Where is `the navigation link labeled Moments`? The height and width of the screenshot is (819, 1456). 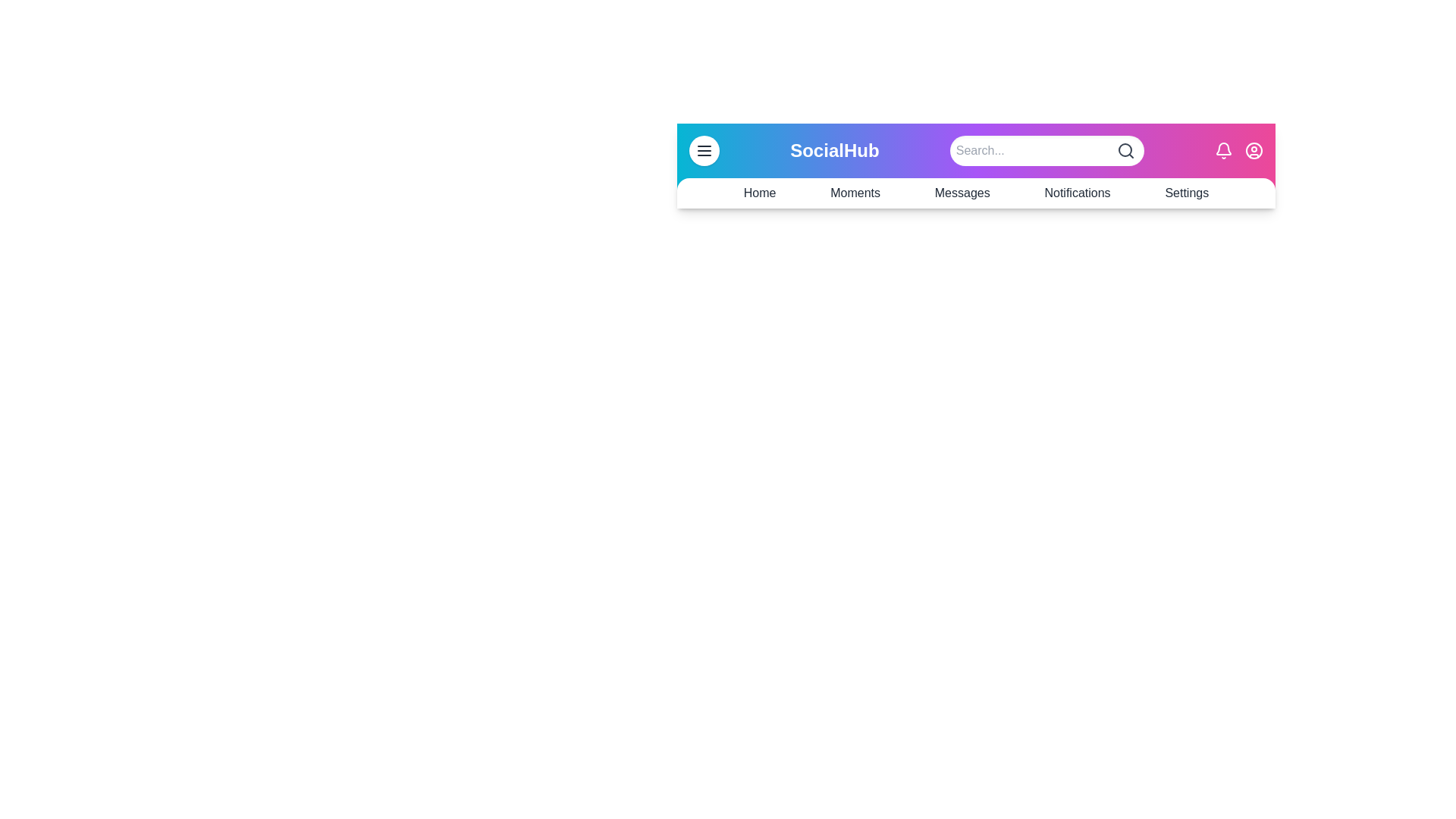
the navigation link labeled Moments is located at coordinates (855, 192).